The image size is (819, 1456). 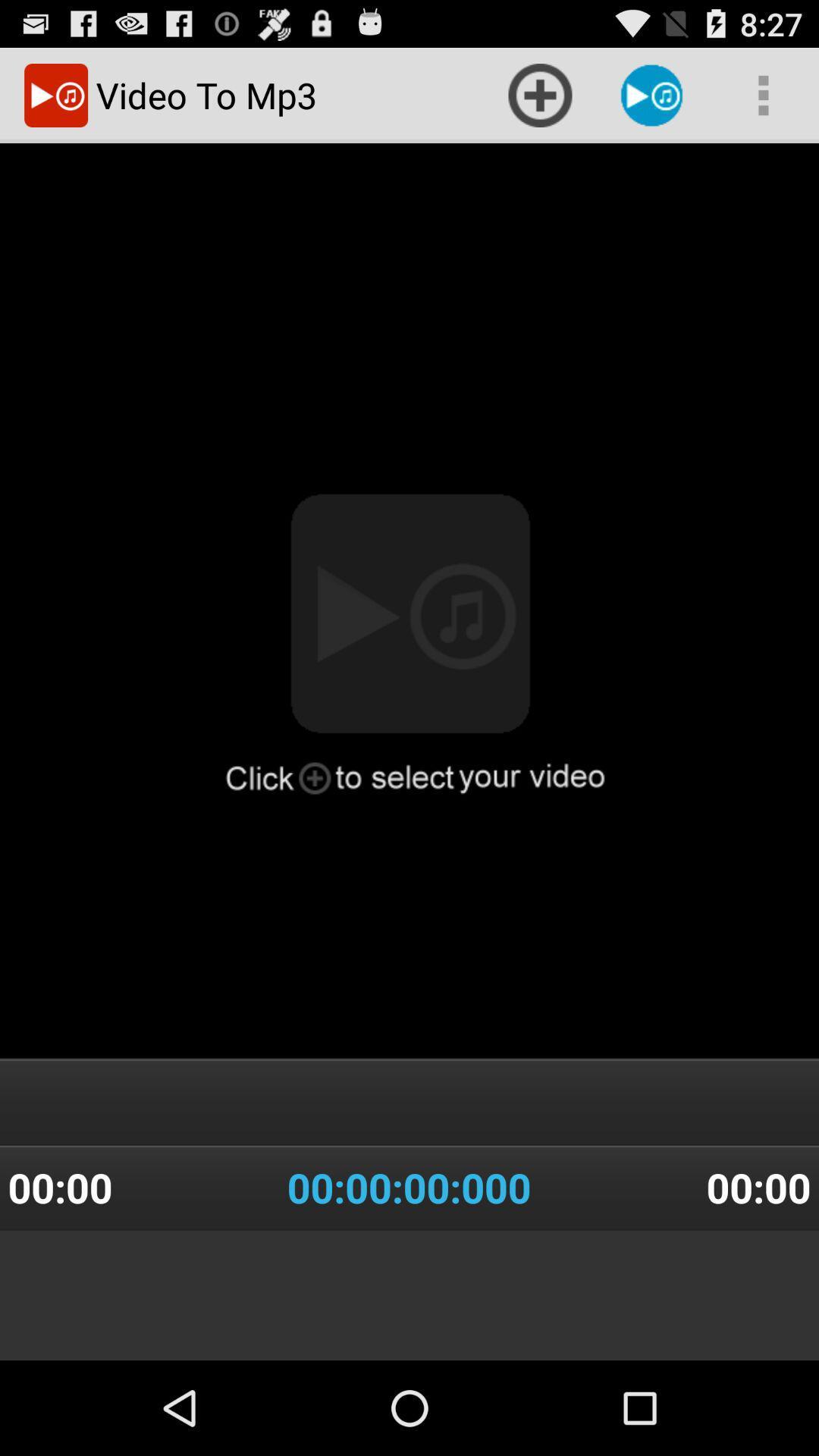 I want to click on the icon next to plus, so click(x=651, y=94).